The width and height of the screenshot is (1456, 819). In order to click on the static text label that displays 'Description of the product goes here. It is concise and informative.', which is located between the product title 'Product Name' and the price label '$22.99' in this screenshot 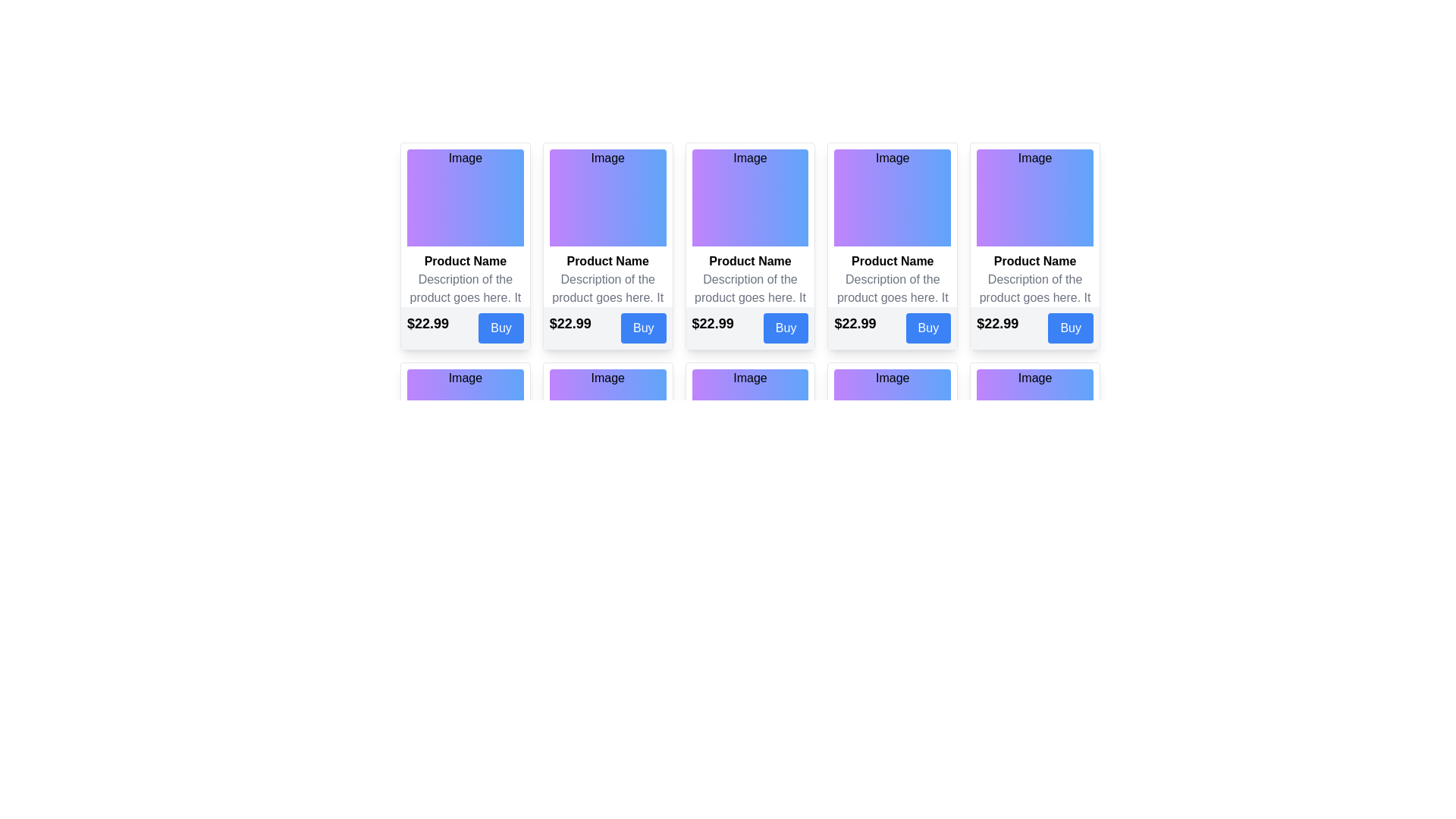, I will do `click(893, 307)`.